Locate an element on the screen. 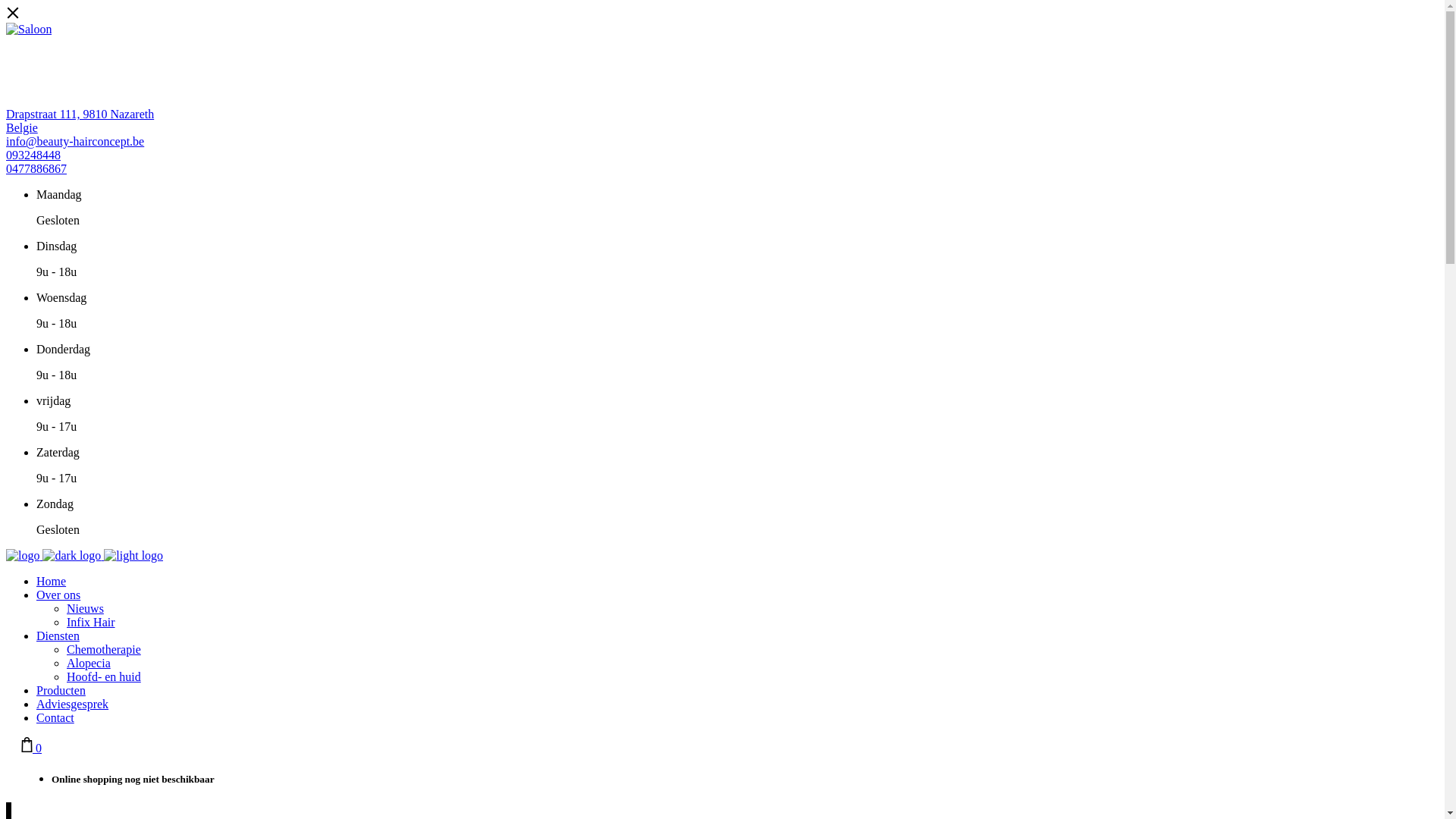  '093248448' is located at coordinates (33, 155).